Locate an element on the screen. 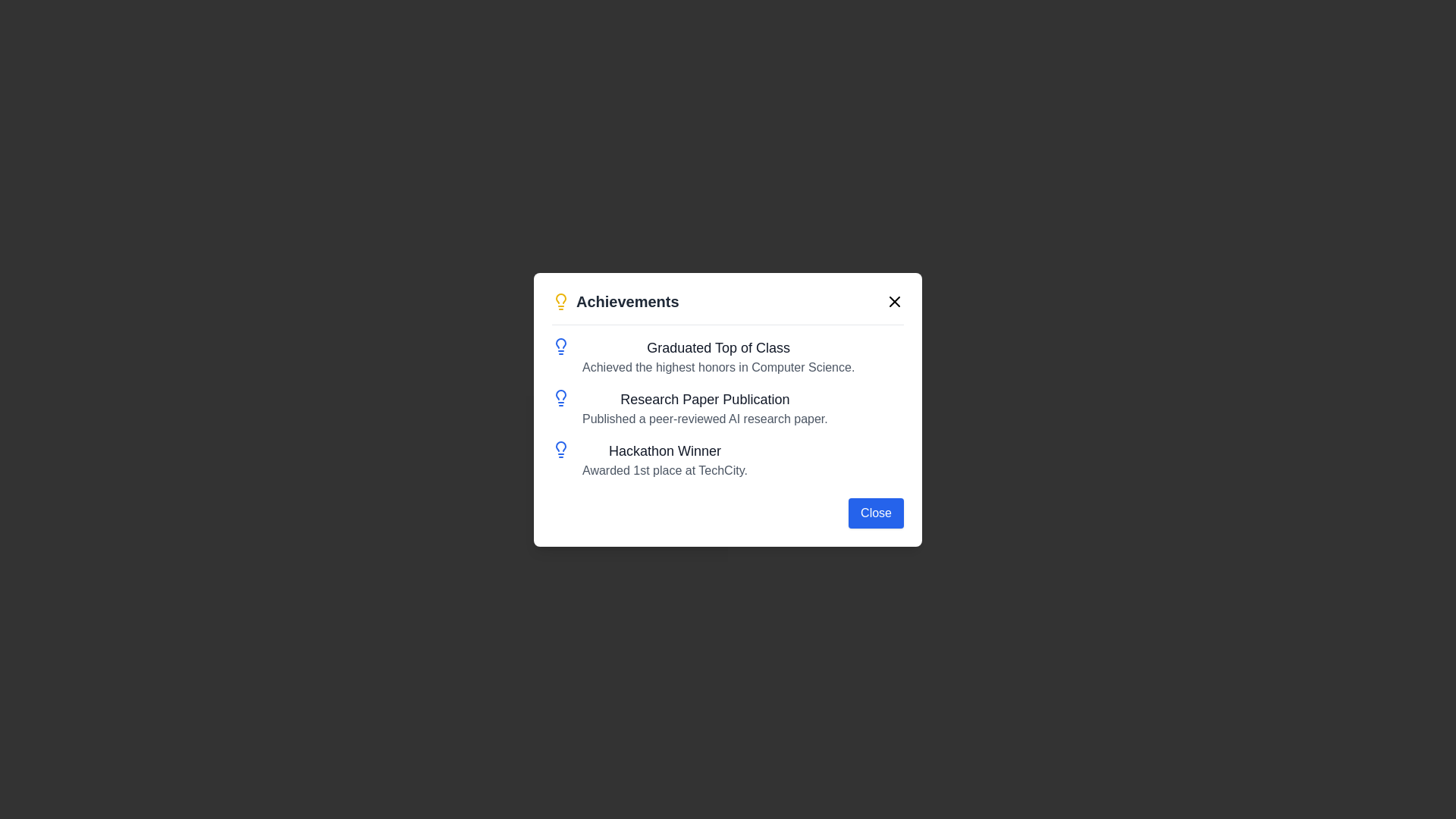 The width and height of the screenshot is (1456, 819). the close button located in the top-right corner of the 'Achievements' dialog box is located at coordinates (895, 301).